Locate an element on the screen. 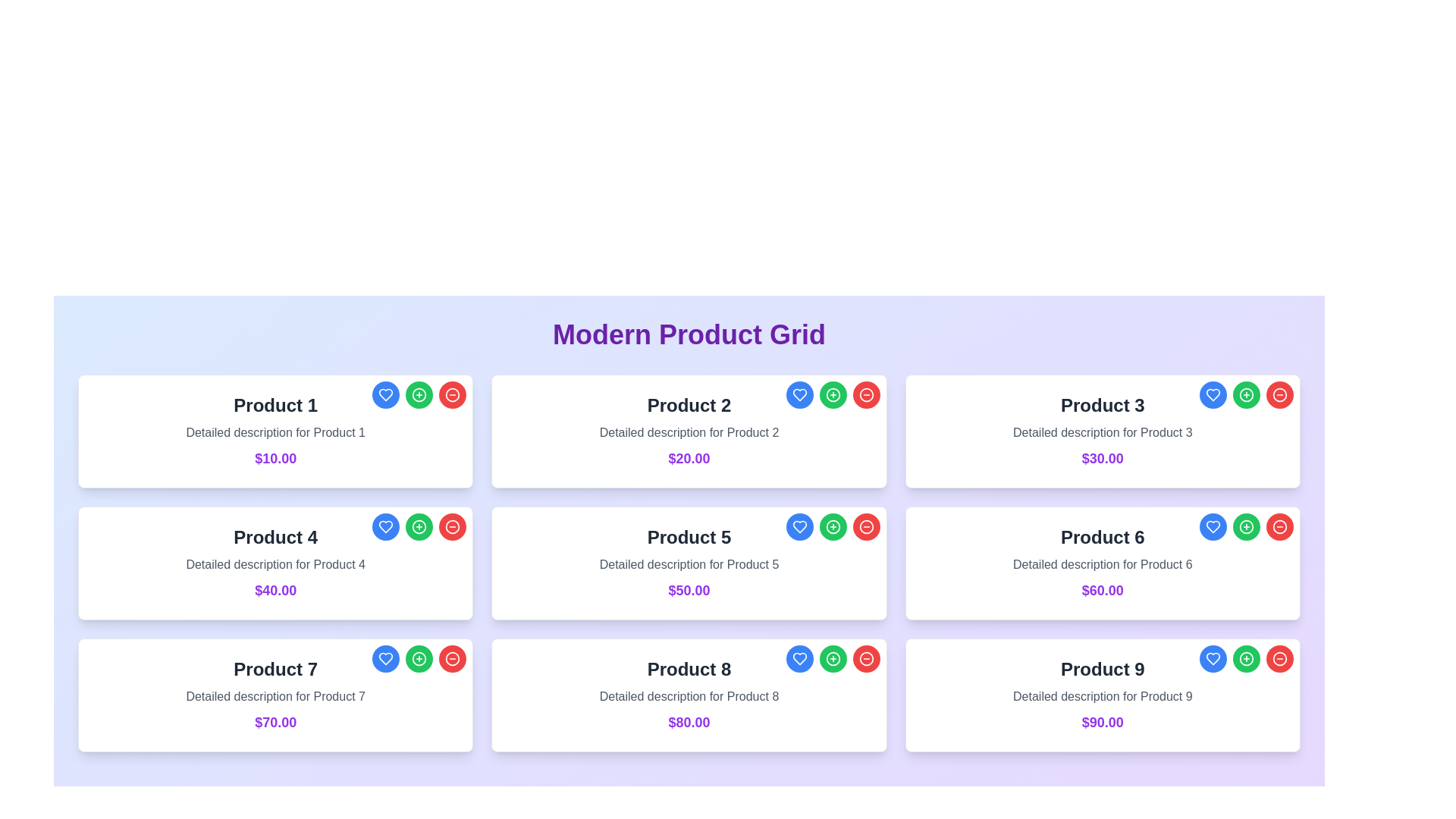 The height and width of the screenshot is (819, 1456). the 'favorite' button for 'Product 4' located in the top right corner of the card is located at coordinates (386, 526).